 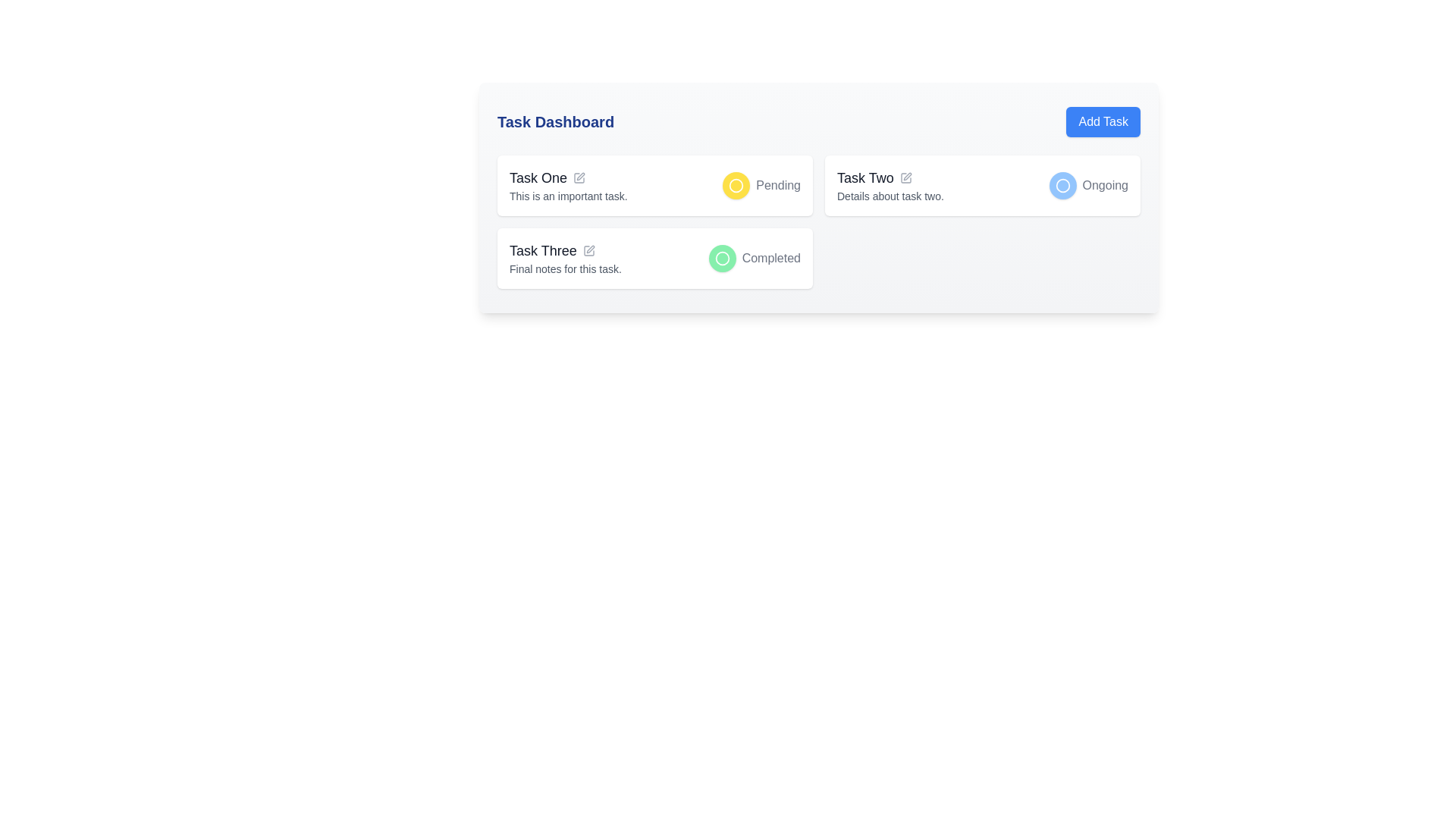 What do you see at coordinates (564, 268) in the screenshot?
I see `the descriptive text element located at the bottom of the 'Task Three' card, which provides additional information and is adjacent to the task status indicator labeled 'Completed'` at bounding box center [564, 268].